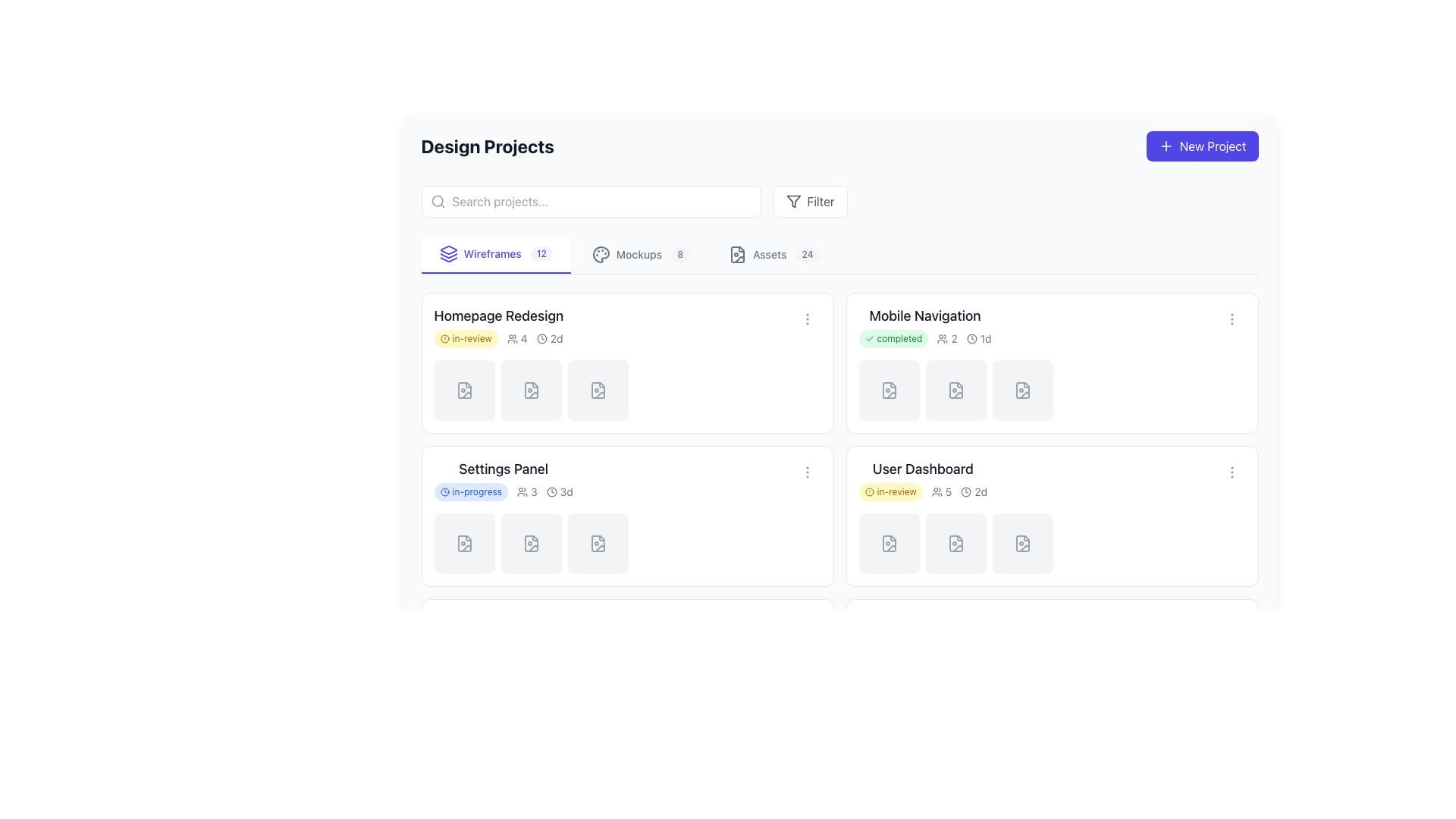  Describe the element at coordinates (531, 390) in the screenshot. I see `the gray square icon representing a document` at that location.